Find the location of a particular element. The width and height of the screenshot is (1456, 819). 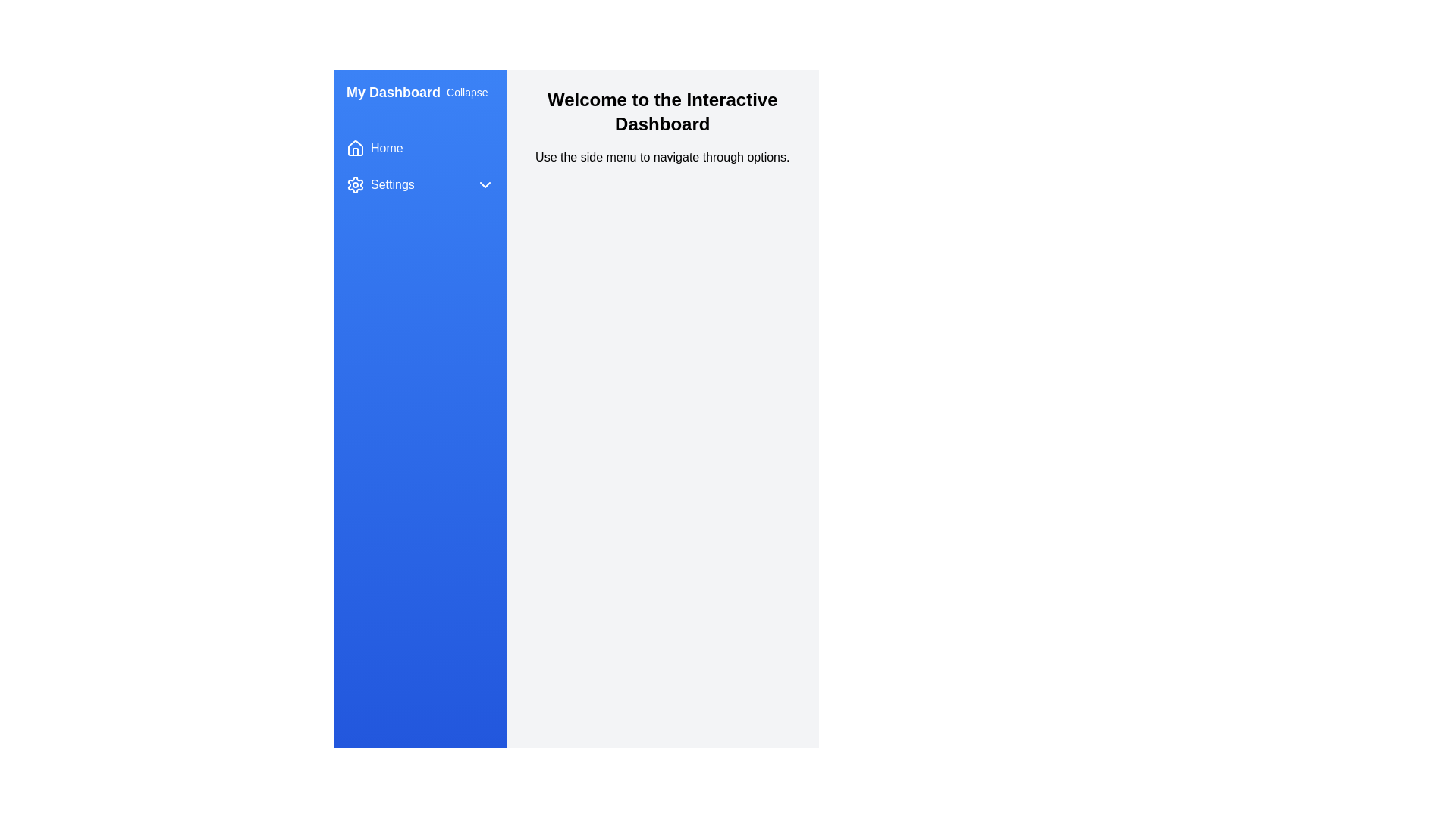

the graphical component of the home icon located at the top left of the application, adjacent to the 'Home' menu item is located at coordinates (355, 152).